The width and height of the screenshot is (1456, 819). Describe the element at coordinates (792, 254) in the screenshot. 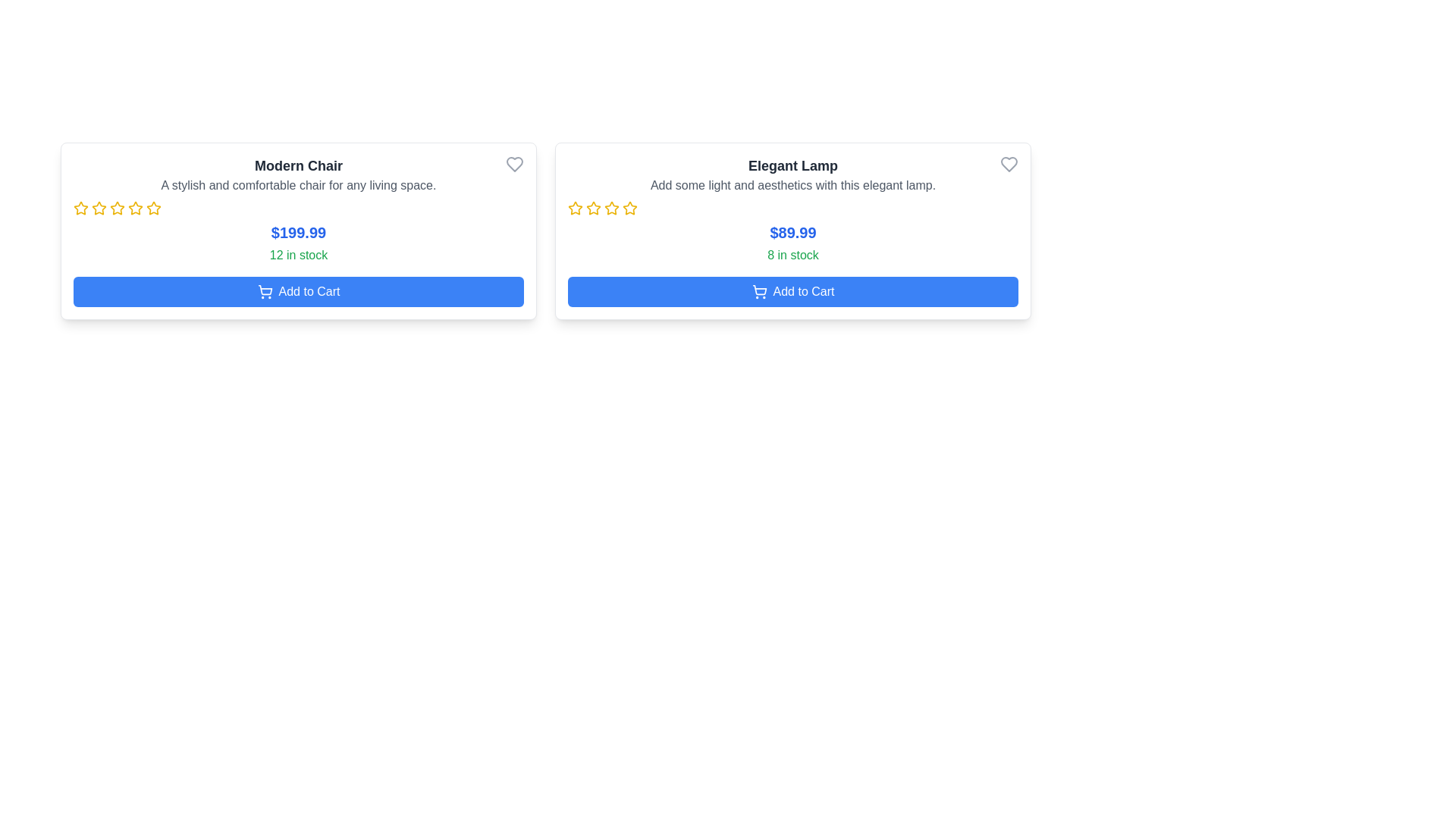

I see `the Text Label that indicates the current stock availability of the 'Elegant Lamp', which is positioned below the price information and above the 'Add to Cart' button` at that location.